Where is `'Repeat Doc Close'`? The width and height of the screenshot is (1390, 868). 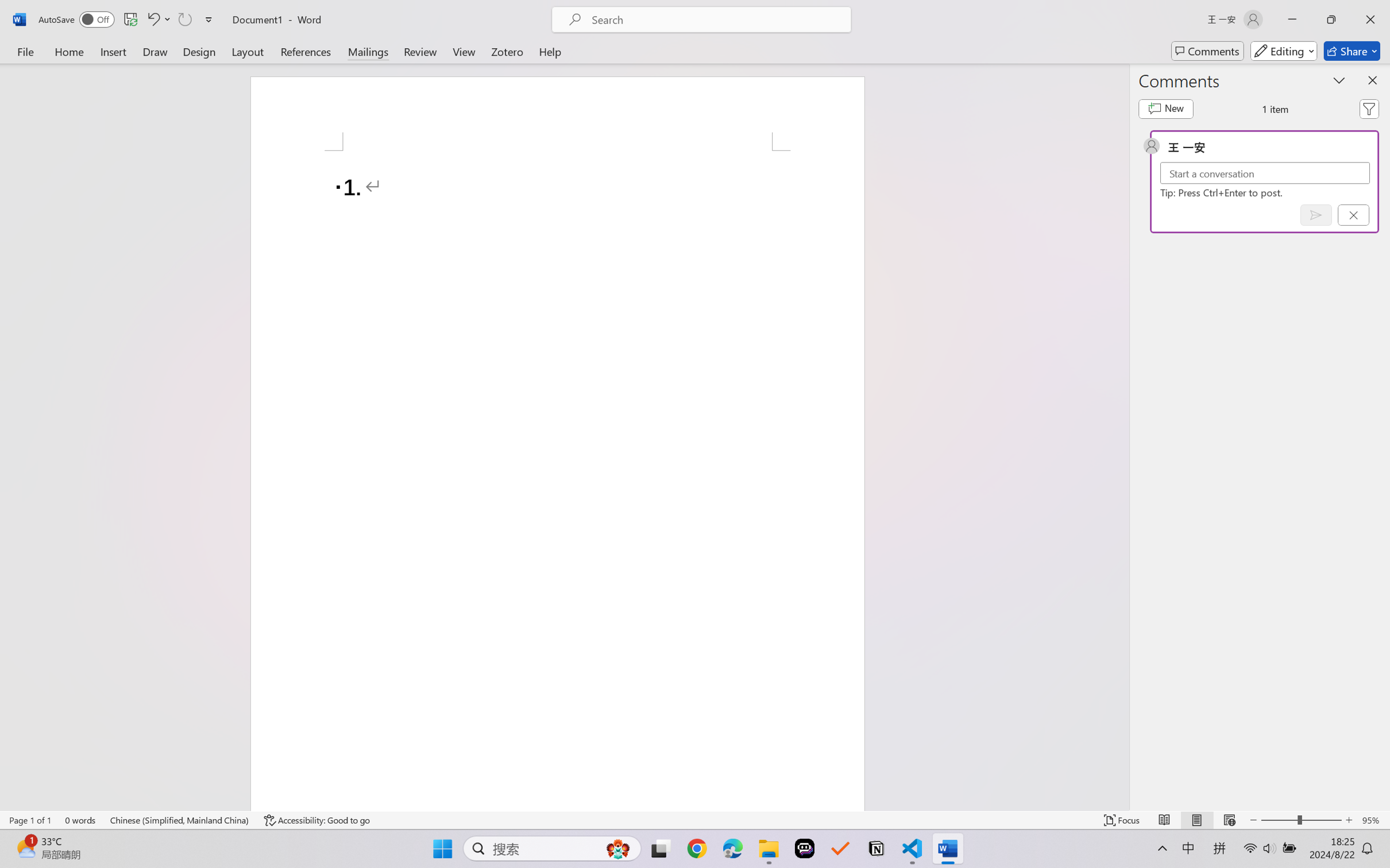
'Repeat Doc Close' is located at coordinates (184, 19).